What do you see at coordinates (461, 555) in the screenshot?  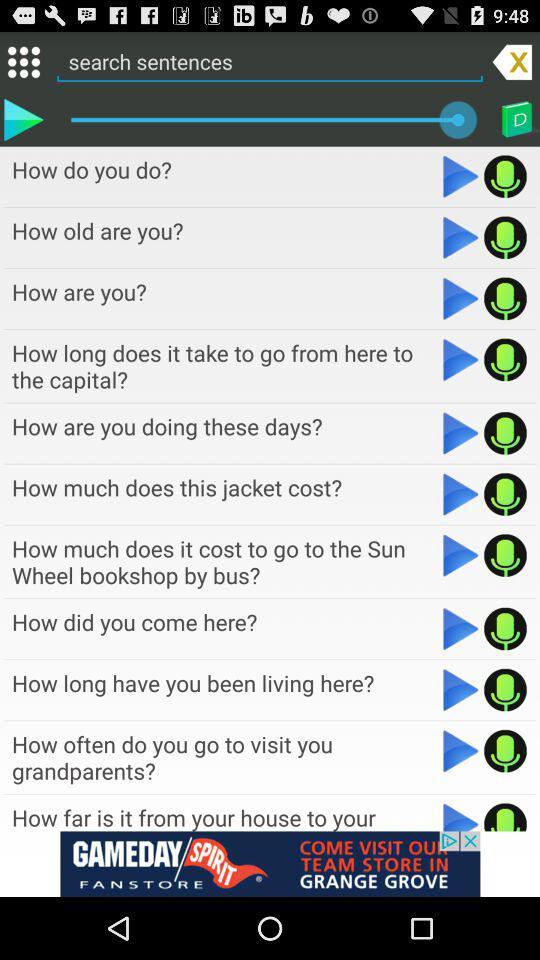 I see `option` at bounding box center [461, 555].